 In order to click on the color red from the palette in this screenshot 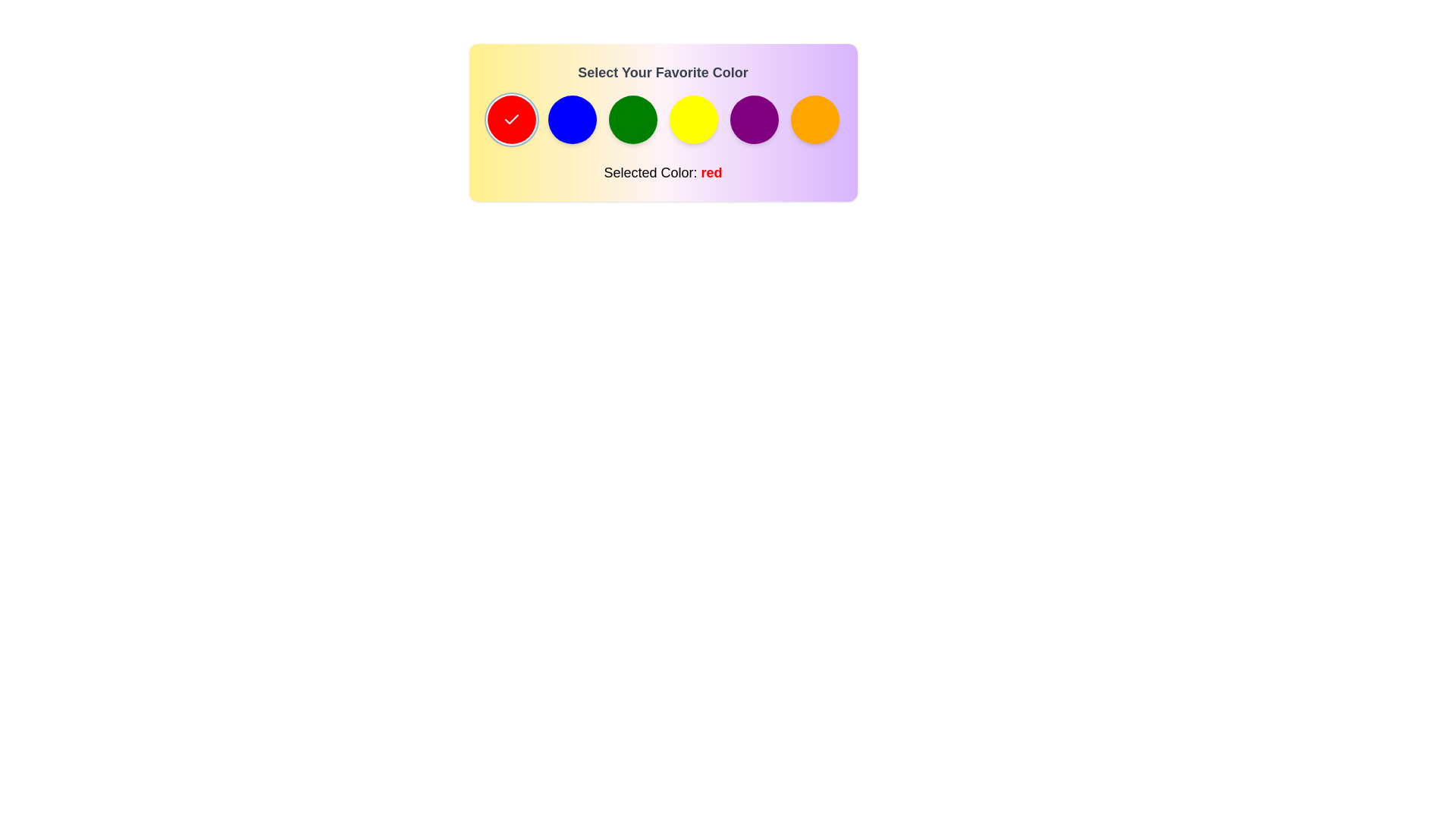, I will do `click(511, 119)`.